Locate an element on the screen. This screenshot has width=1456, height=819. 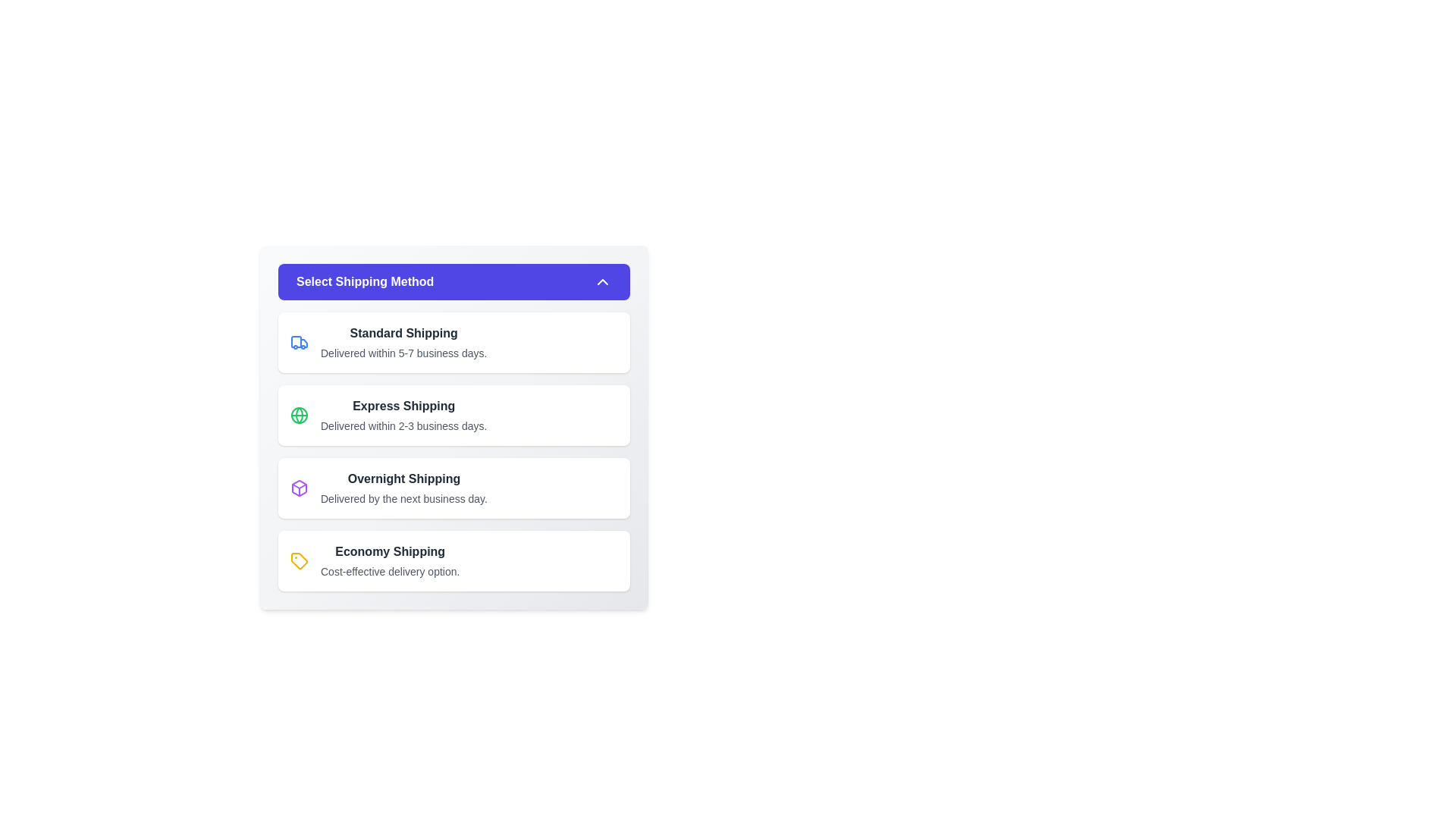
Text Label that serves as the header for the 'Standard Shipping' option, located at the top of the shipping methods list is located at coordinates (403, 332).